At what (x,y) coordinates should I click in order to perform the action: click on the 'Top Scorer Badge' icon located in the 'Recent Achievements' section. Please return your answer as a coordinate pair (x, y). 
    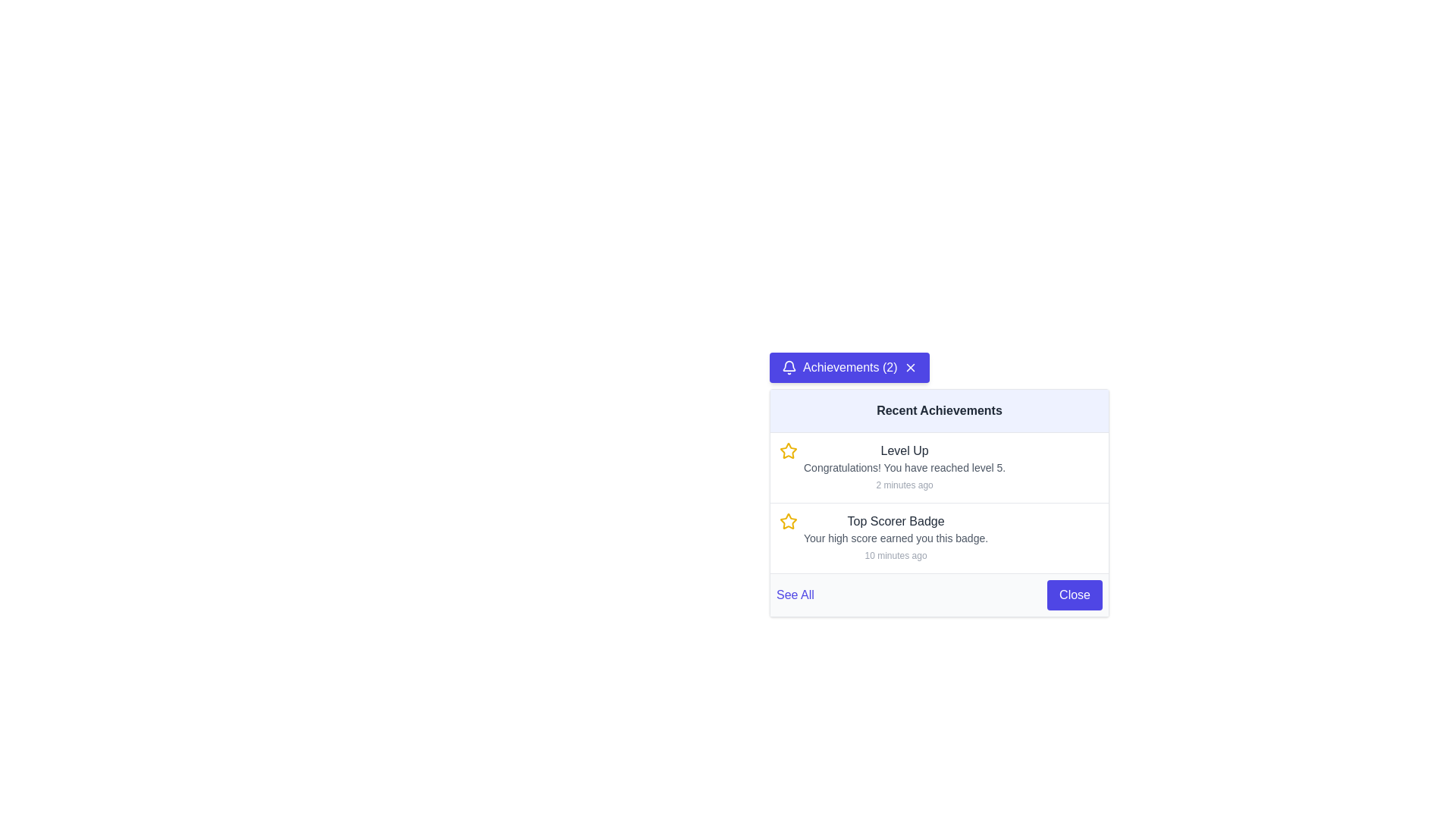
    Looking at the image, I should click on (789, 520).